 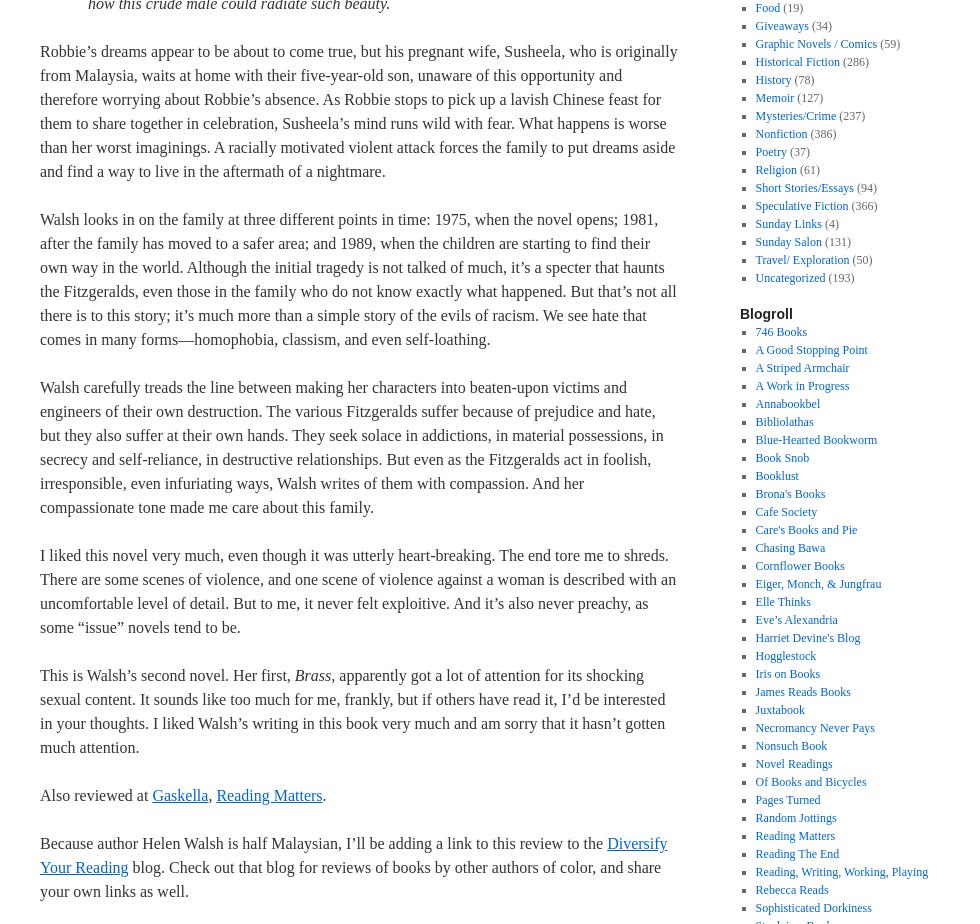 I want to click on '(127)', so click(x=808, y=98).